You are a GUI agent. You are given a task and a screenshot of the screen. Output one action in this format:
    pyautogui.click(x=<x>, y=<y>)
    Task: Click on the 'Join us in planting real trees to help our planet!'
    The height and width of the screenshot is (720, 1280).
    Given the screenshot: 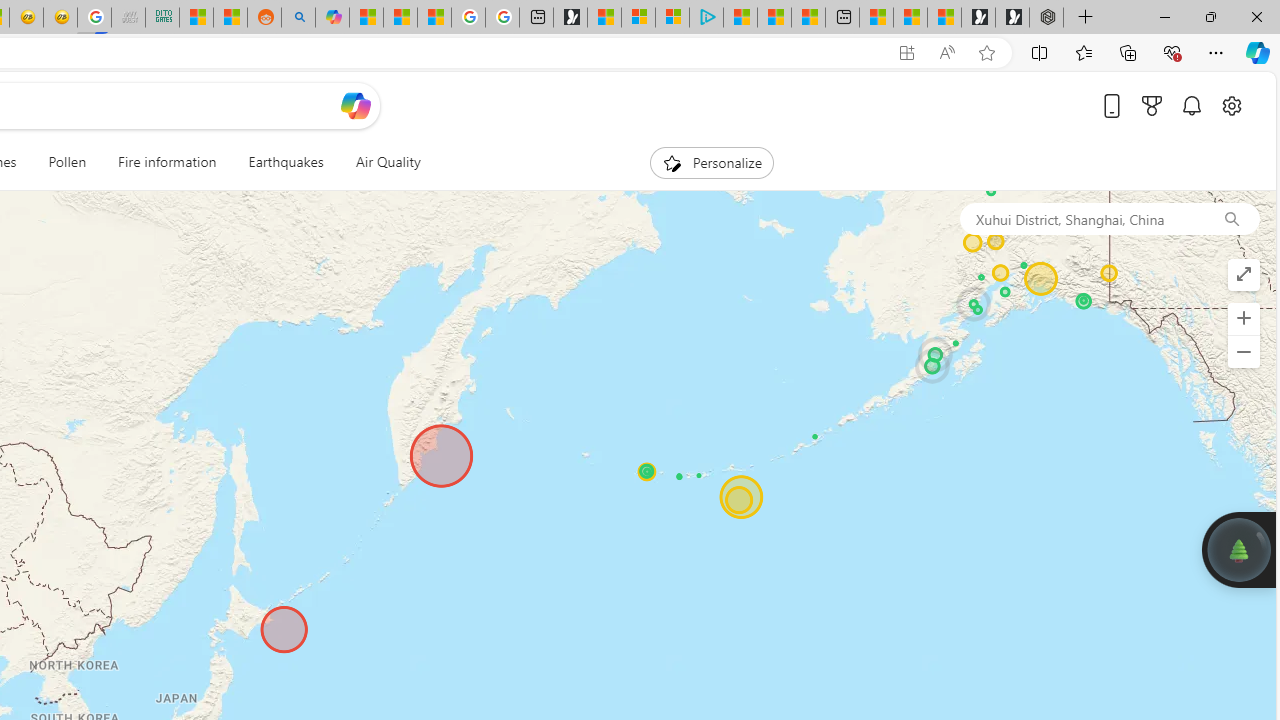 What is the action you would take?
    pyautogui.click(x=1238, y=549)
    